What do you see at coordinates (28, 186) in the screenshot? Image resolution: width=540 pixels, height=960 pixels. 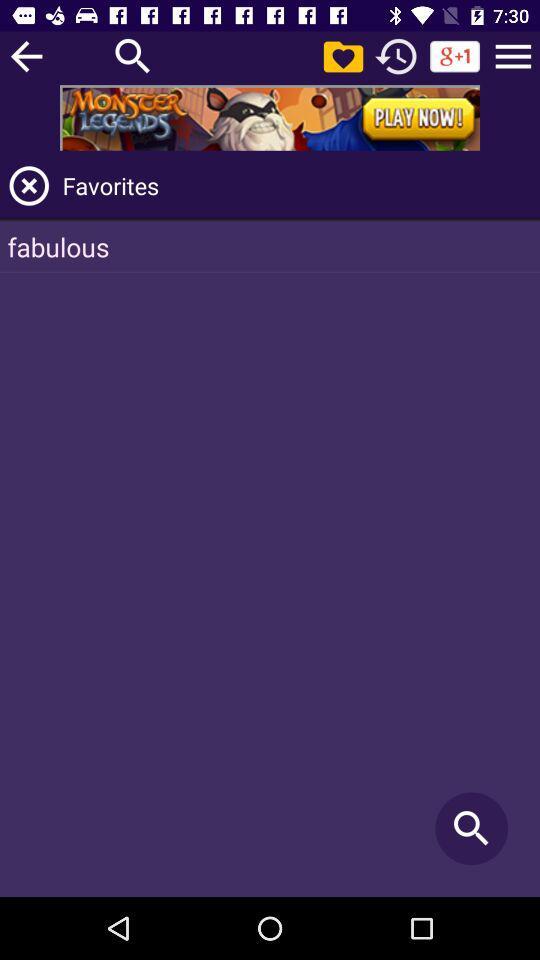 I see `app to the left of favorites icon` at bounding box center [28, 186].